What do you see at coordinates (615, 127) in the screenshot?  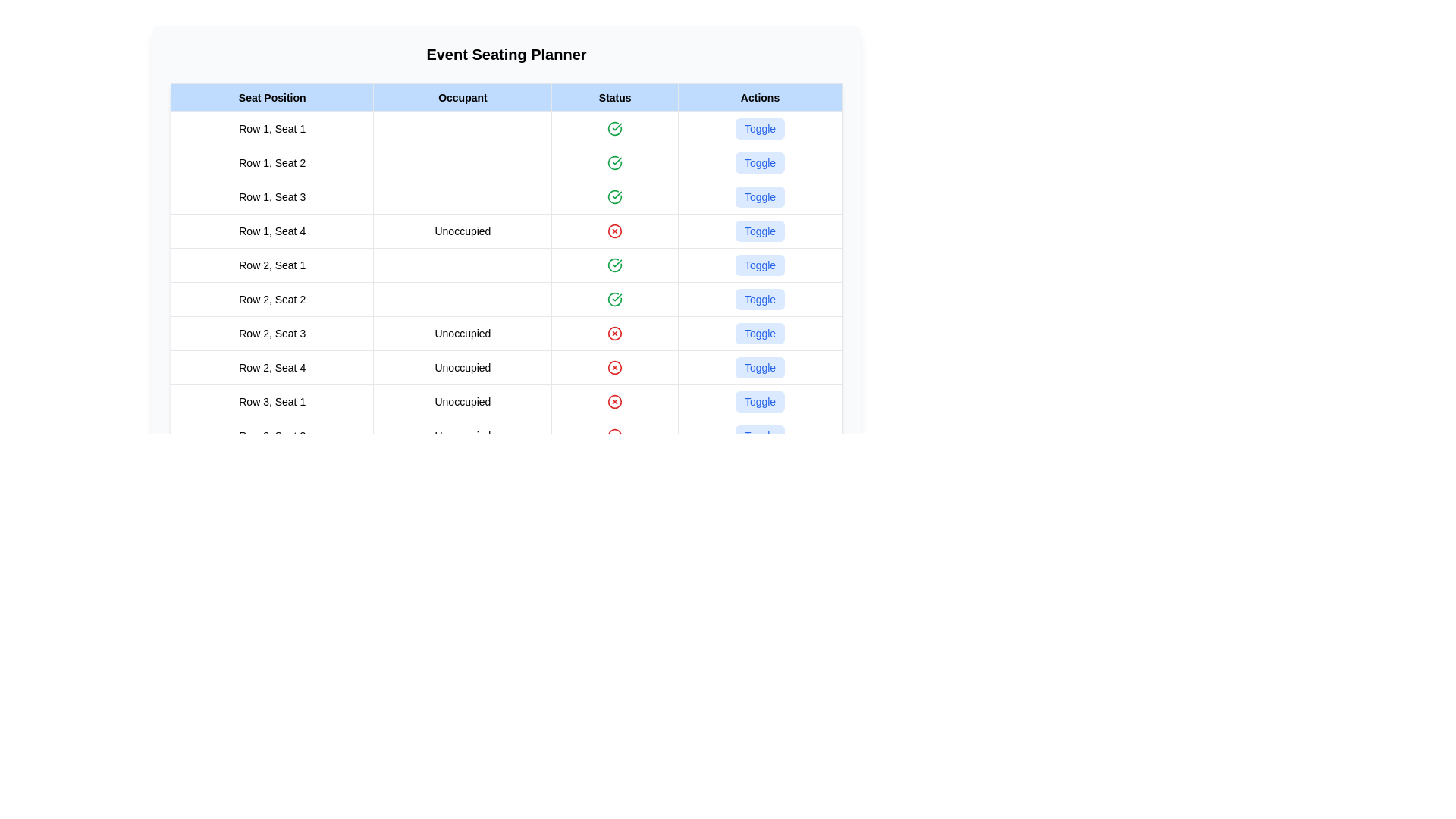 I see `the circular green icon with a white checkmark located in the 'Status' column of the first row of the table` at bounding box center [615, 127].